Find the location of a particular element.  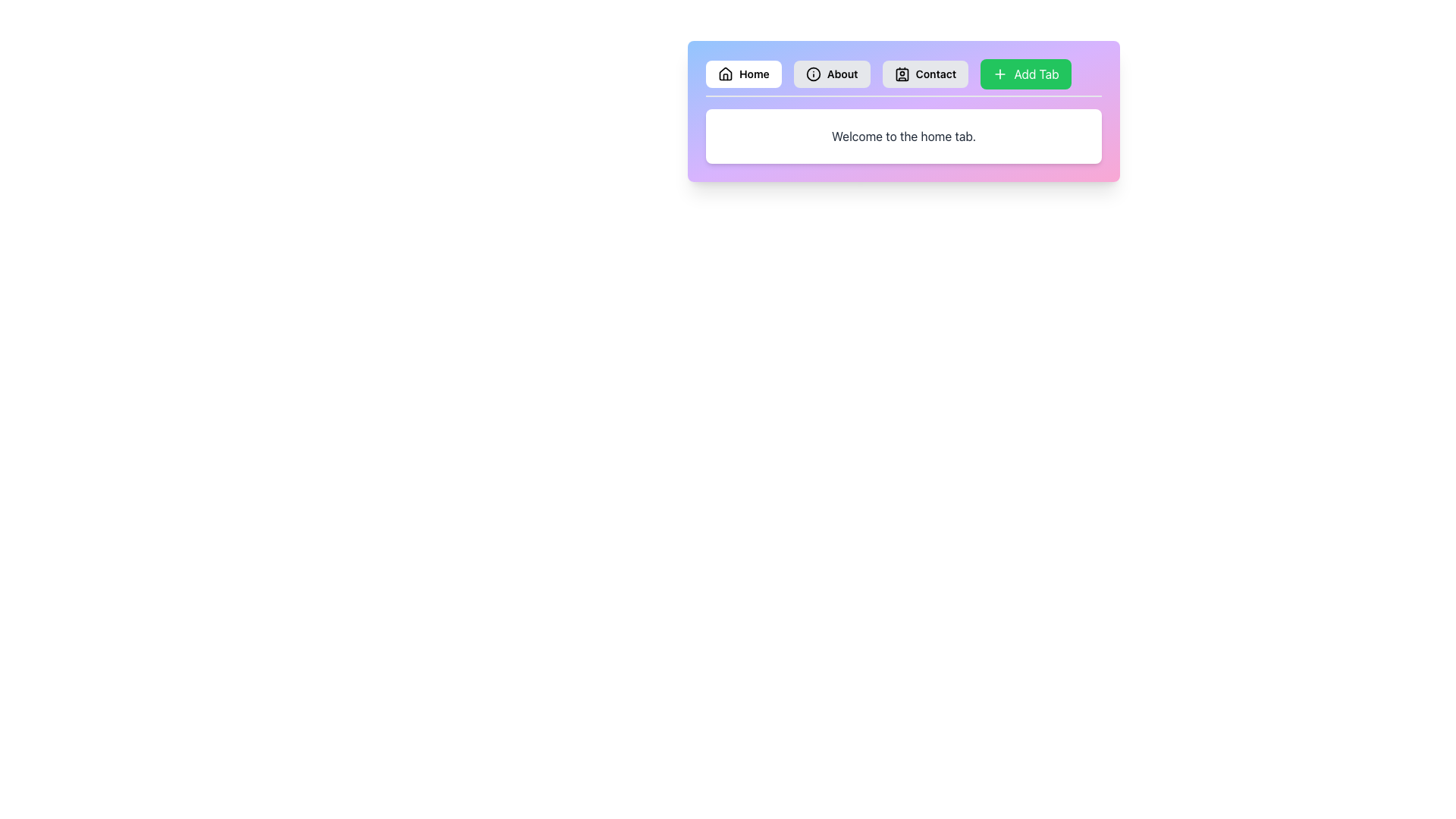

the rounded rectangle 'Contact' icon in the top navigation bar, which is red and has a width and height of 18 pixels is located at coordinates (902, 74).